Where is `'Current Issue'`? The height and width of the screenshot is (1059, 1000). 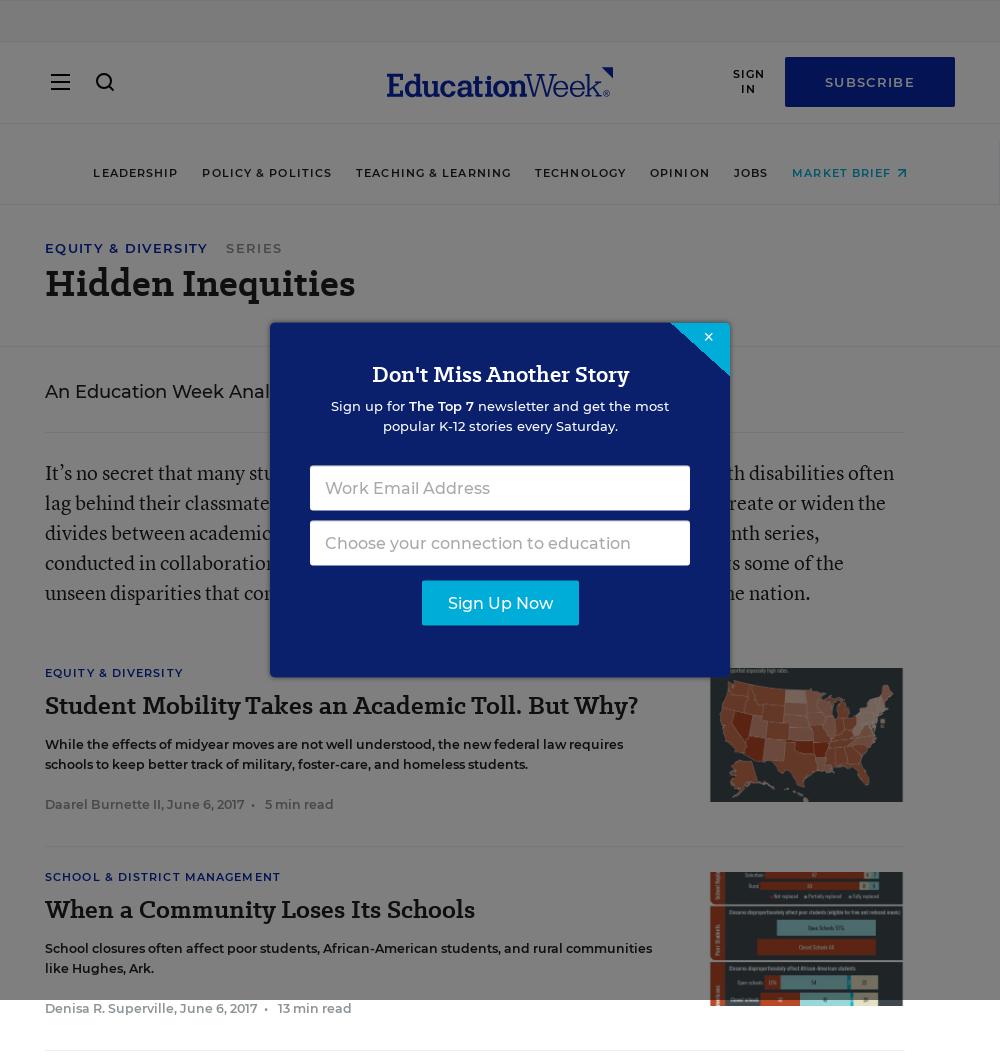 'Current Issue' is located at coordinates (45, 796).